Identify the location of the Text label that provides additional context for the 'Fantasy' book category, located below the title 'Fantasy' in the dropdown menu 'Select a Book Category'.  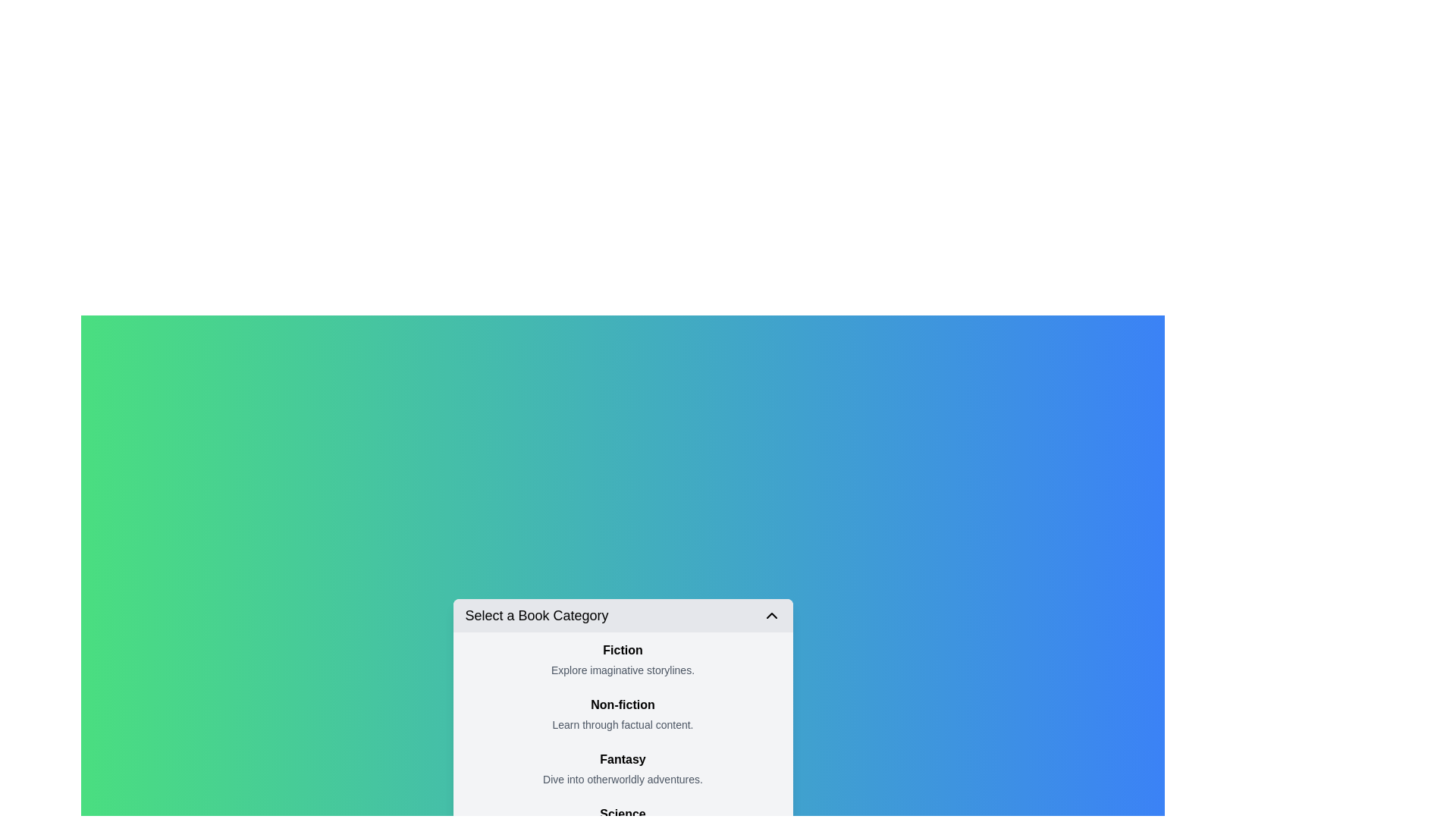
(623, 780).